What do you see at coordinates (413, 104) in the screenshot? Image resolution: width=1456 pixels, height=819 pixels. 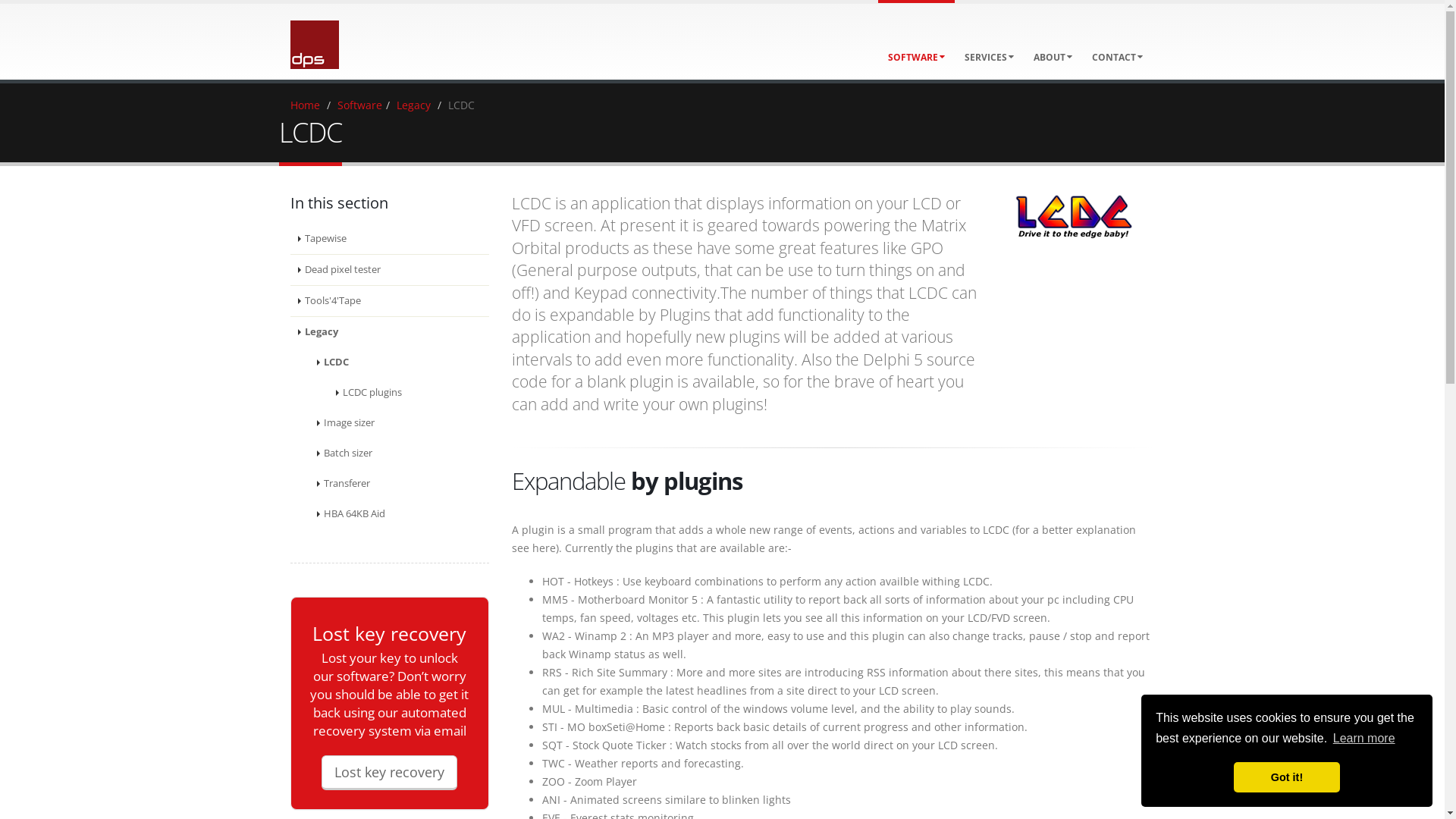 I see `'Legacy'` at bounding box center [413, 104].